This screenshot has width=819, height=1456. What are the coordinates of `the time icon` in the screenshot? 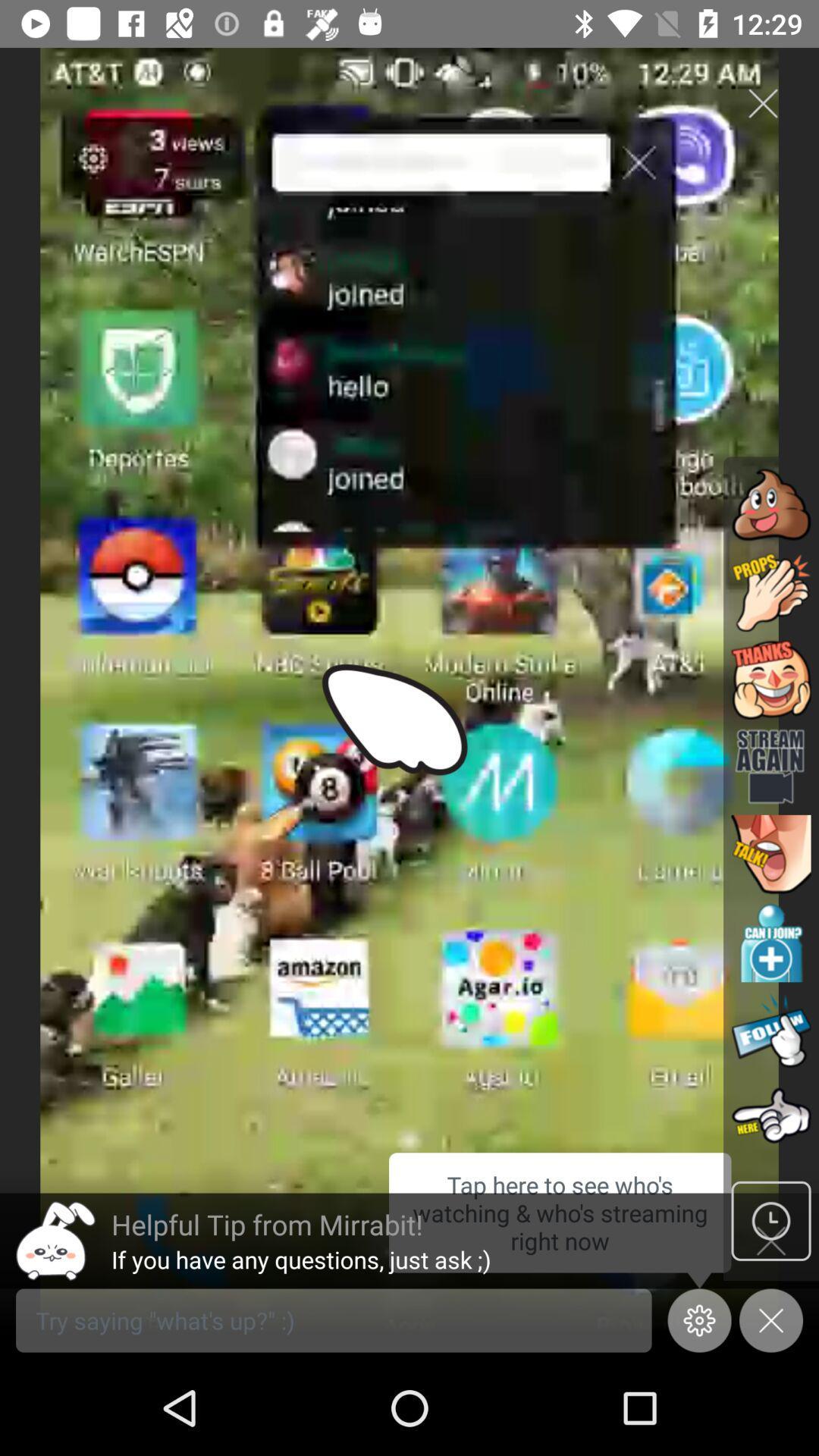 It's located at (771, 1241).